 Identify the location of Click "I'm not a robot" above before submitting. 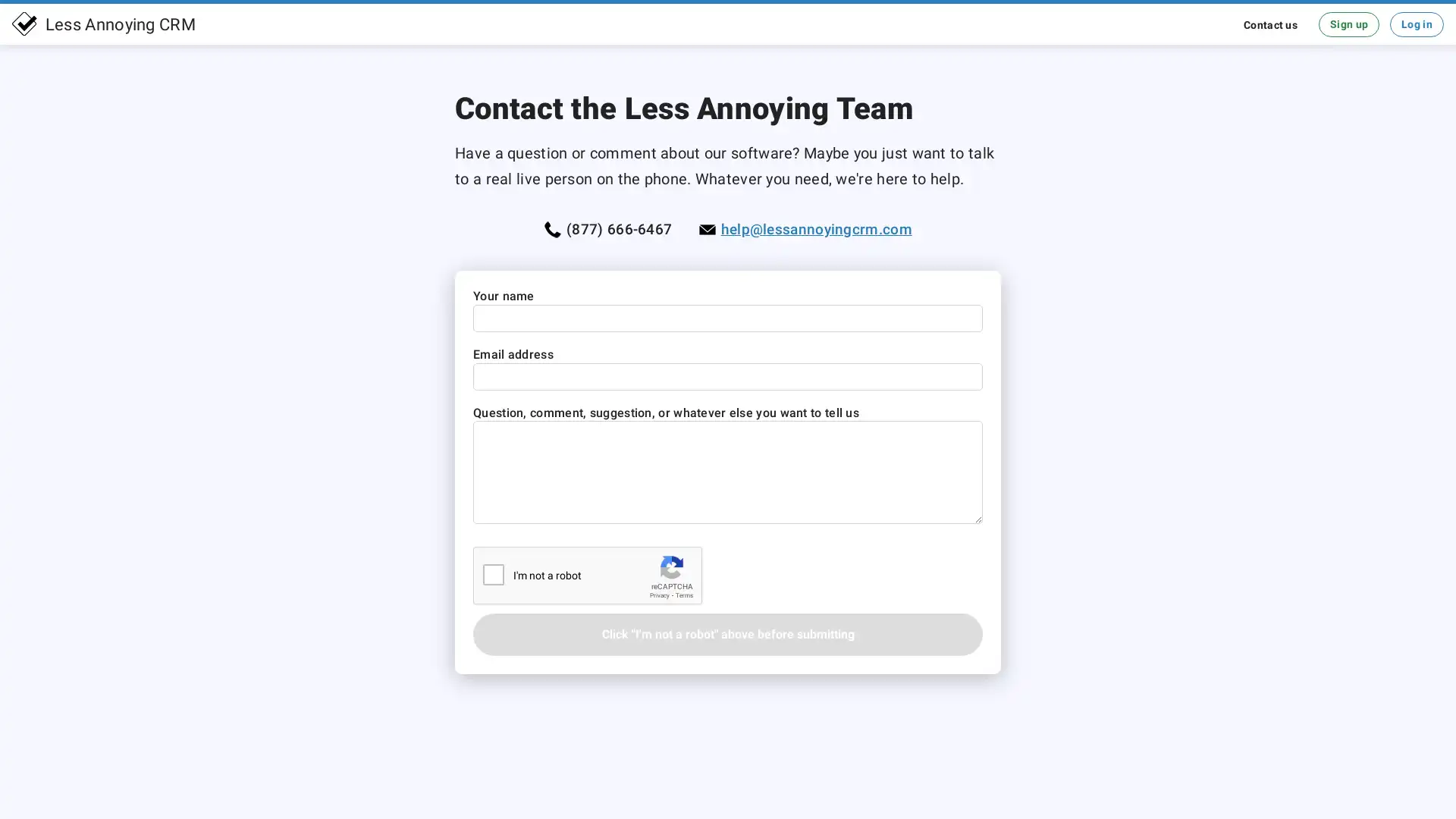
(728, 635).